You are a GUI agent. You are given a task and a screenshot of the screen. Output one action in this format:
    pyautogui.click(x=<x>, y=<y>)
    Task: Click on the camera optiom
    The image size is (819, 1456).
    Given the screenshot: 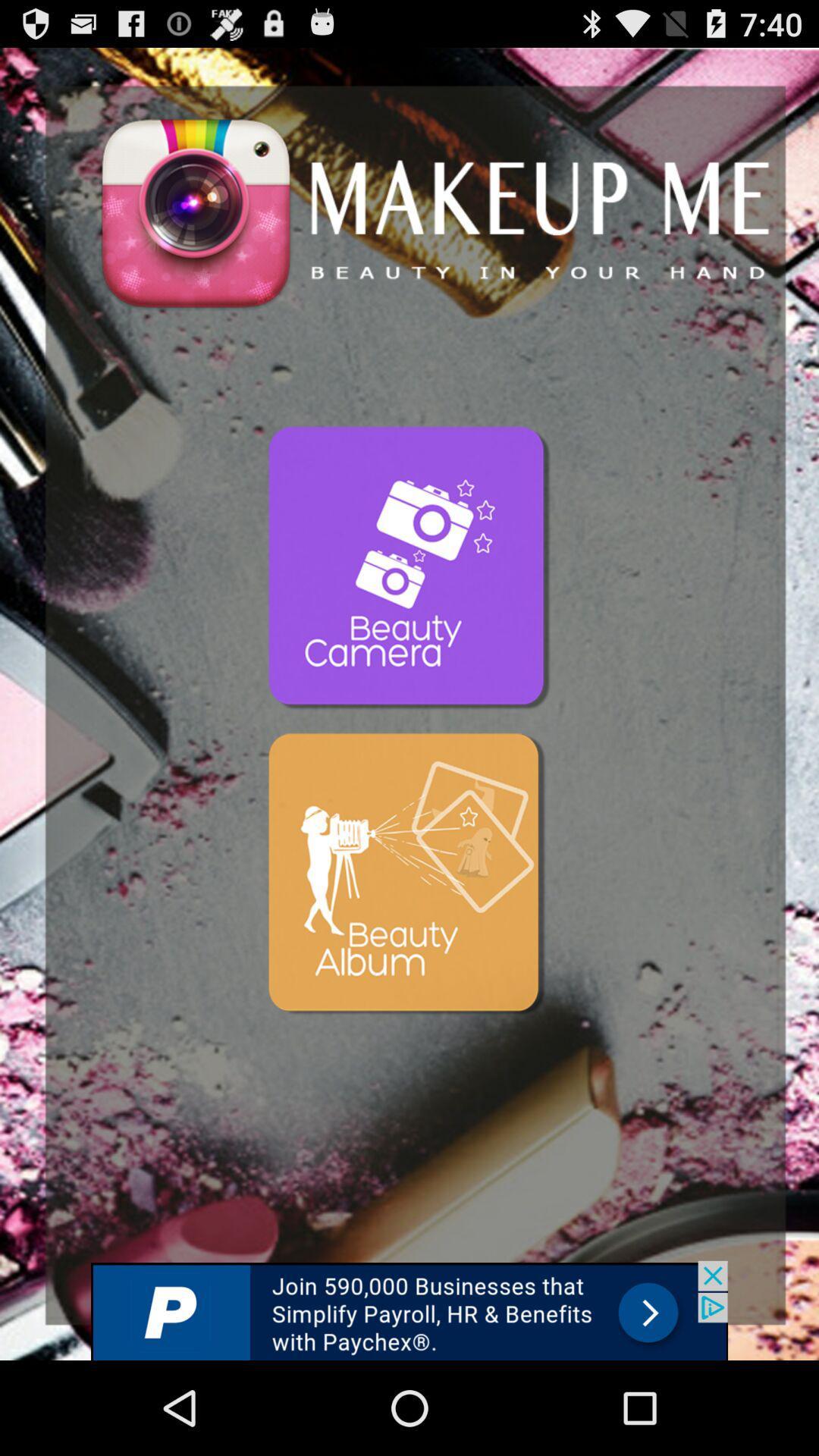 What is the action you would take?
    pyautogui.click(x=409, y=568)
    